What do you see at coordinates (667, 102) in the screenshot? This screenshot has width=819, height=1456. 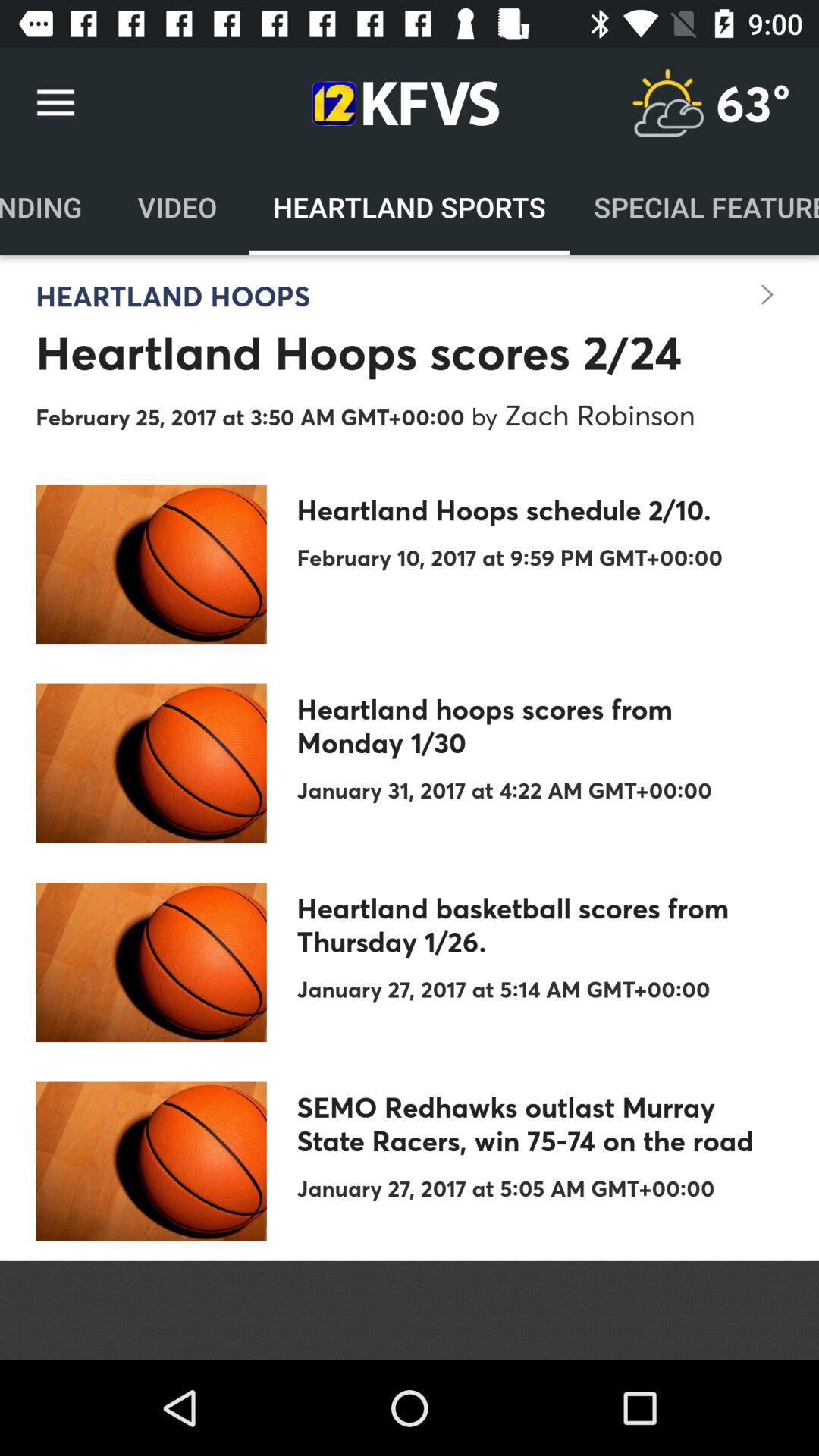 I see `temperature` at bounding box center [667, 102].